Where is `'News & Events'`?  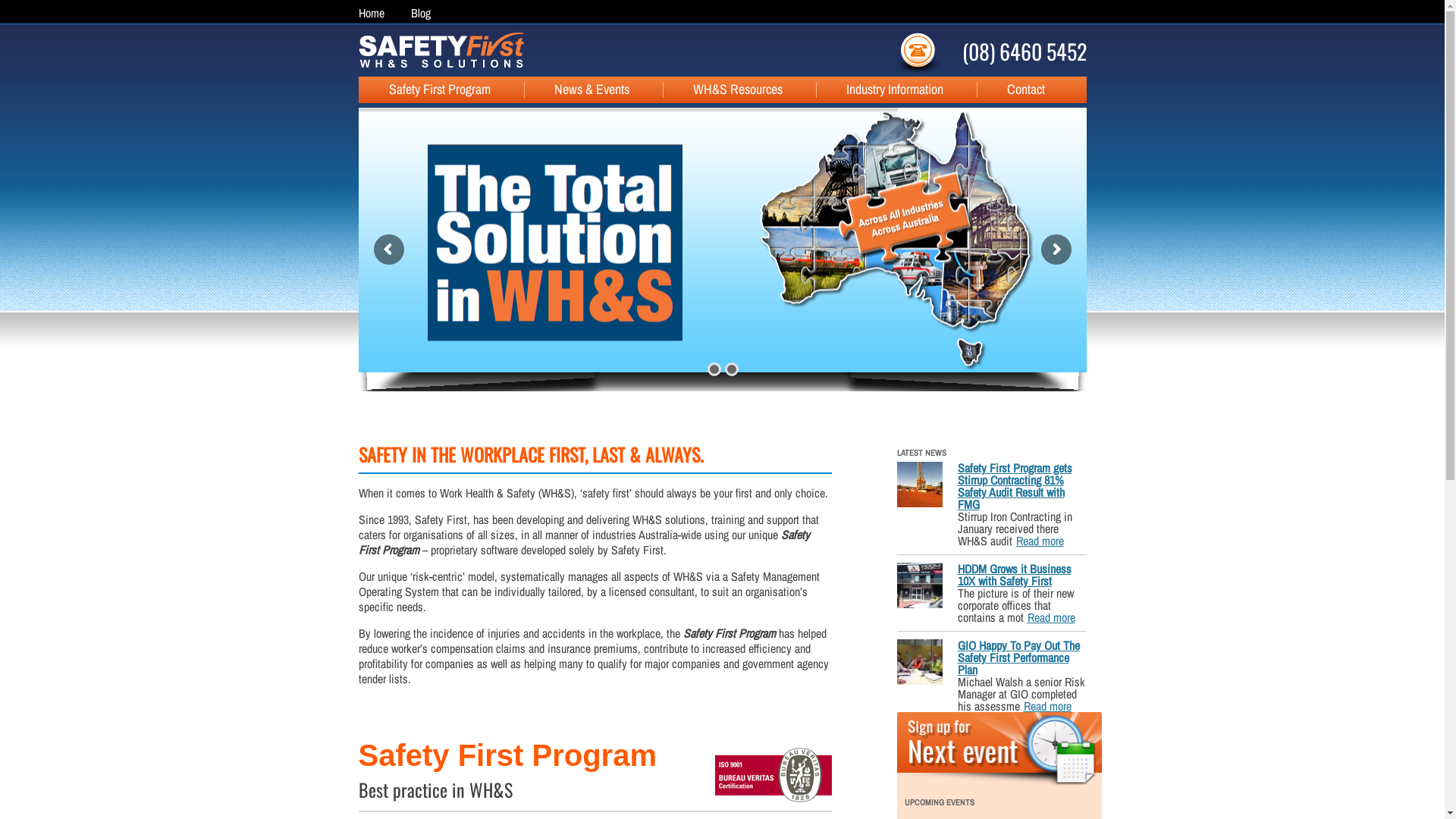
'News & Events' is located at coordinates (575, 89).